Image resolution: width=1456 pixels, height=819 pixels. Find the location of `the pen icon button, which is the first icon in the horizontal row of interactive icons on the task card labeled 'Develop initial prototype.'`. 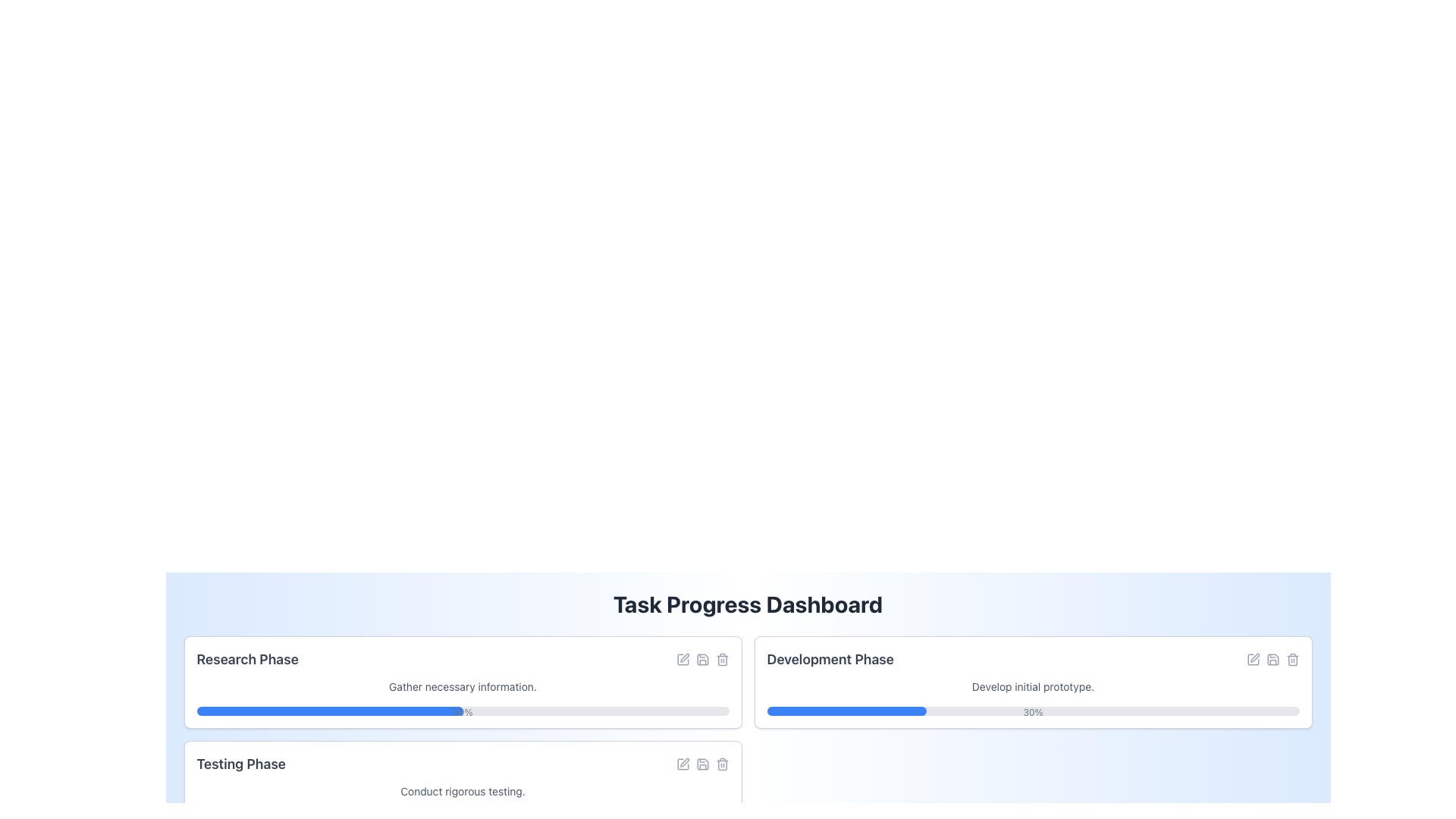

the pen icon button, which is the first icon in the horizontal row of interactive icons on the task card labeled 'Develop initial prototype.' is located at coordinates (1253, 659).